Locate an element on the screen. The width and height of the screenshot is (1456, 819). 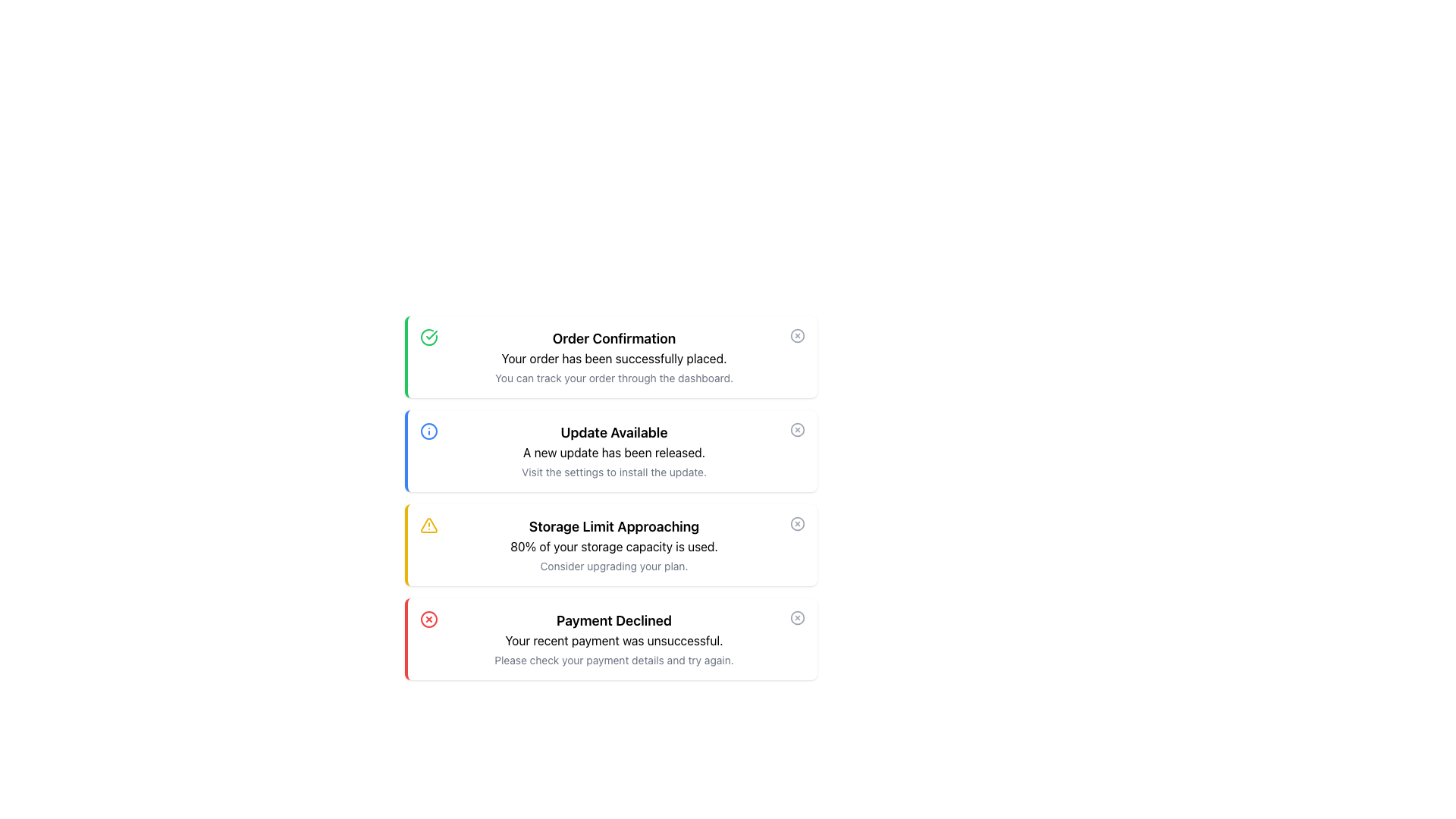
the information displayed in the green-accented Notification Card at the top of the notification panel by clicking on it is located at coordinates (614, 356).